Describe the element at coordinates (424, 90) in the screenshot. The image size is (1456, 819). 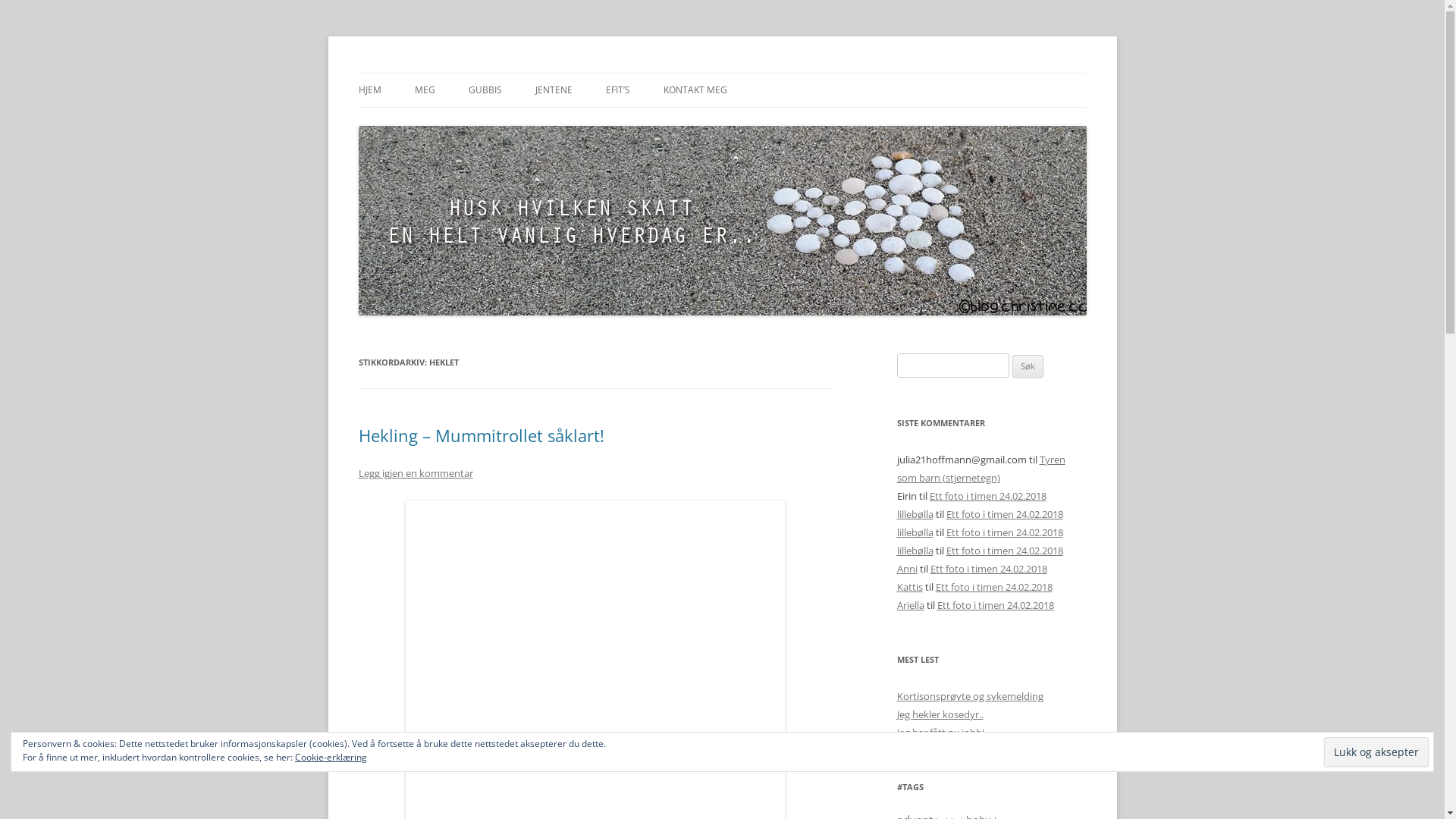
I see `'MEG'` at that location.